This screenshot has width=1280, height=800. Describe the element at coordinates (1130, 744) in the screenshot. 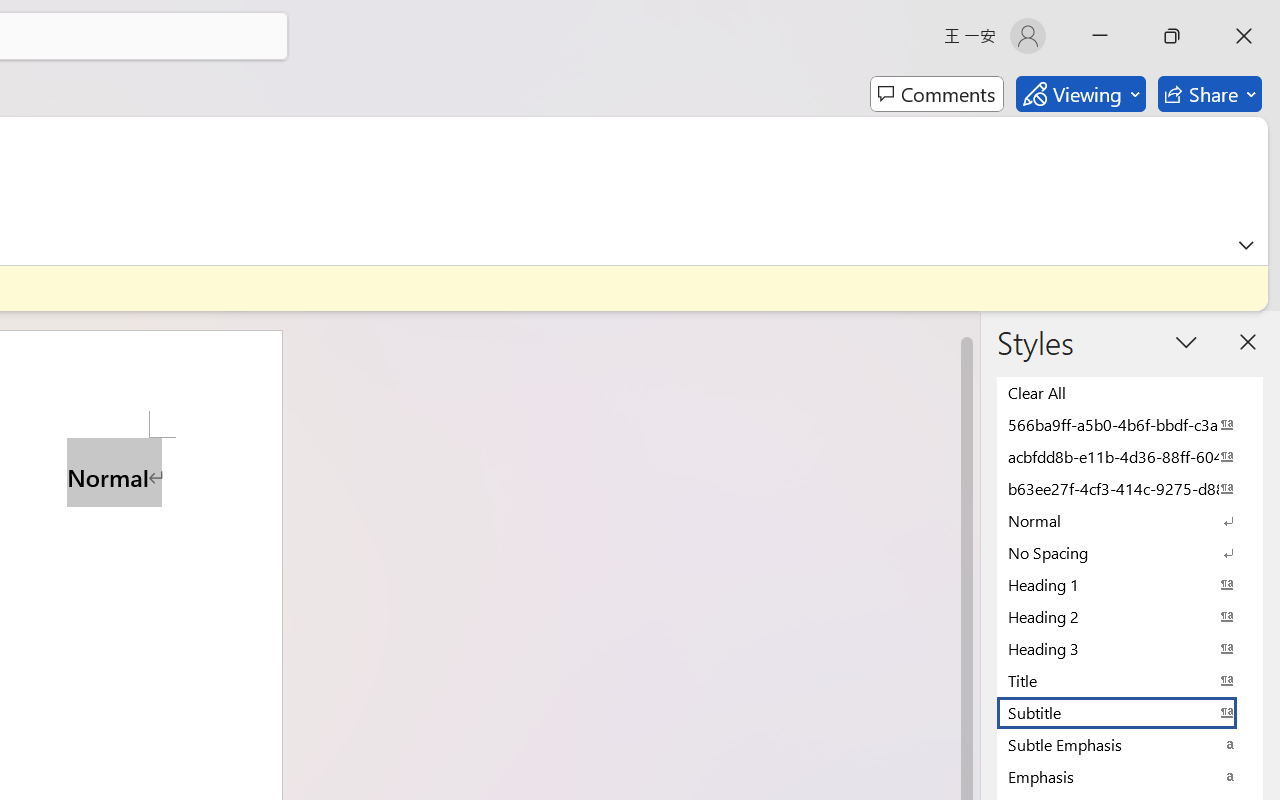

I see `'Subtle Emphasis'` at that location.